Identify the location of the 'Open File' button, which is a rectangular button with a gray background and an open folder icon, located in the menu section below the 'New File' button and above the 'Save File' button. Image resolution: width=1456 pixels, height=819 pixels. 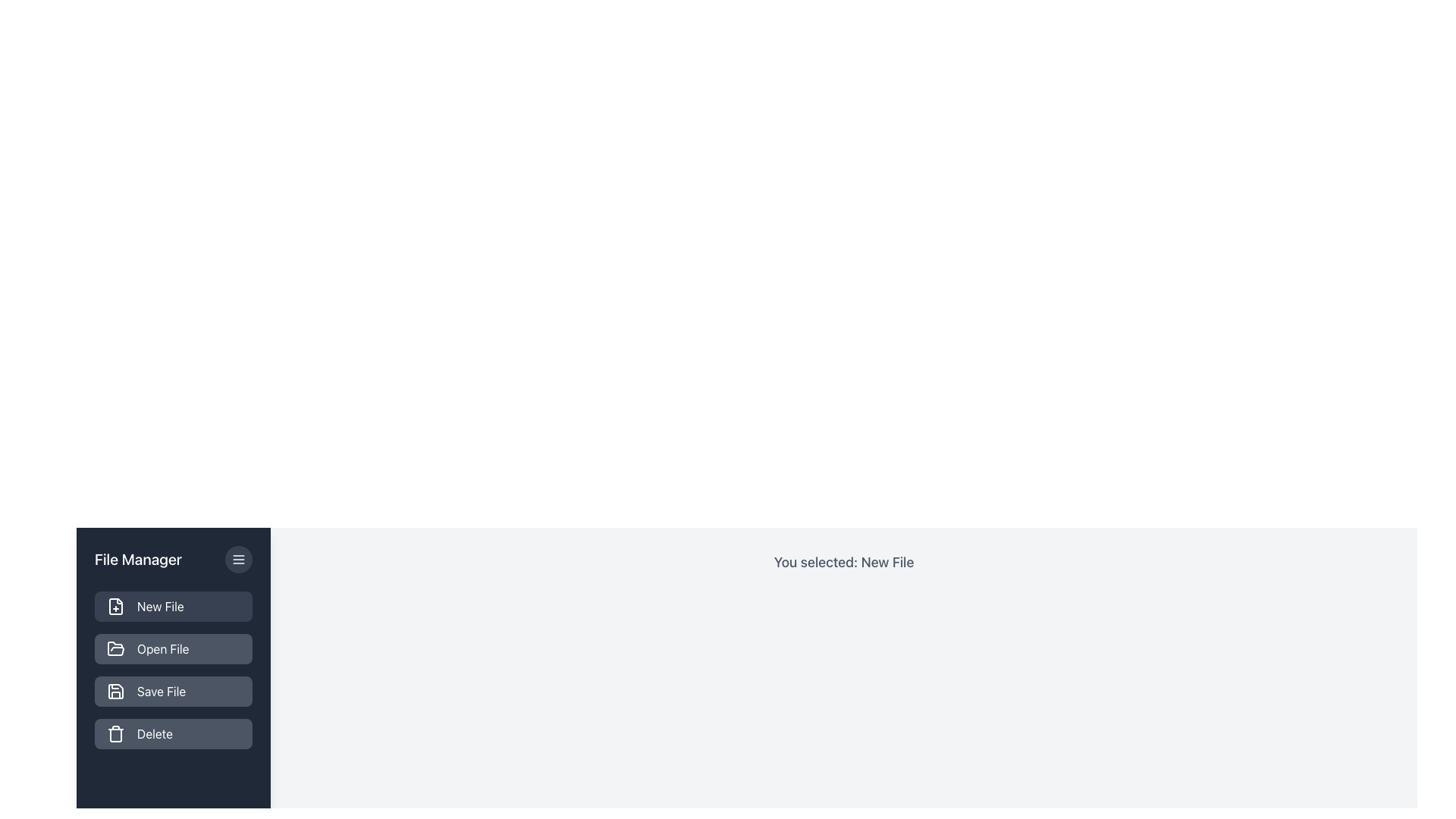
(174, 648).